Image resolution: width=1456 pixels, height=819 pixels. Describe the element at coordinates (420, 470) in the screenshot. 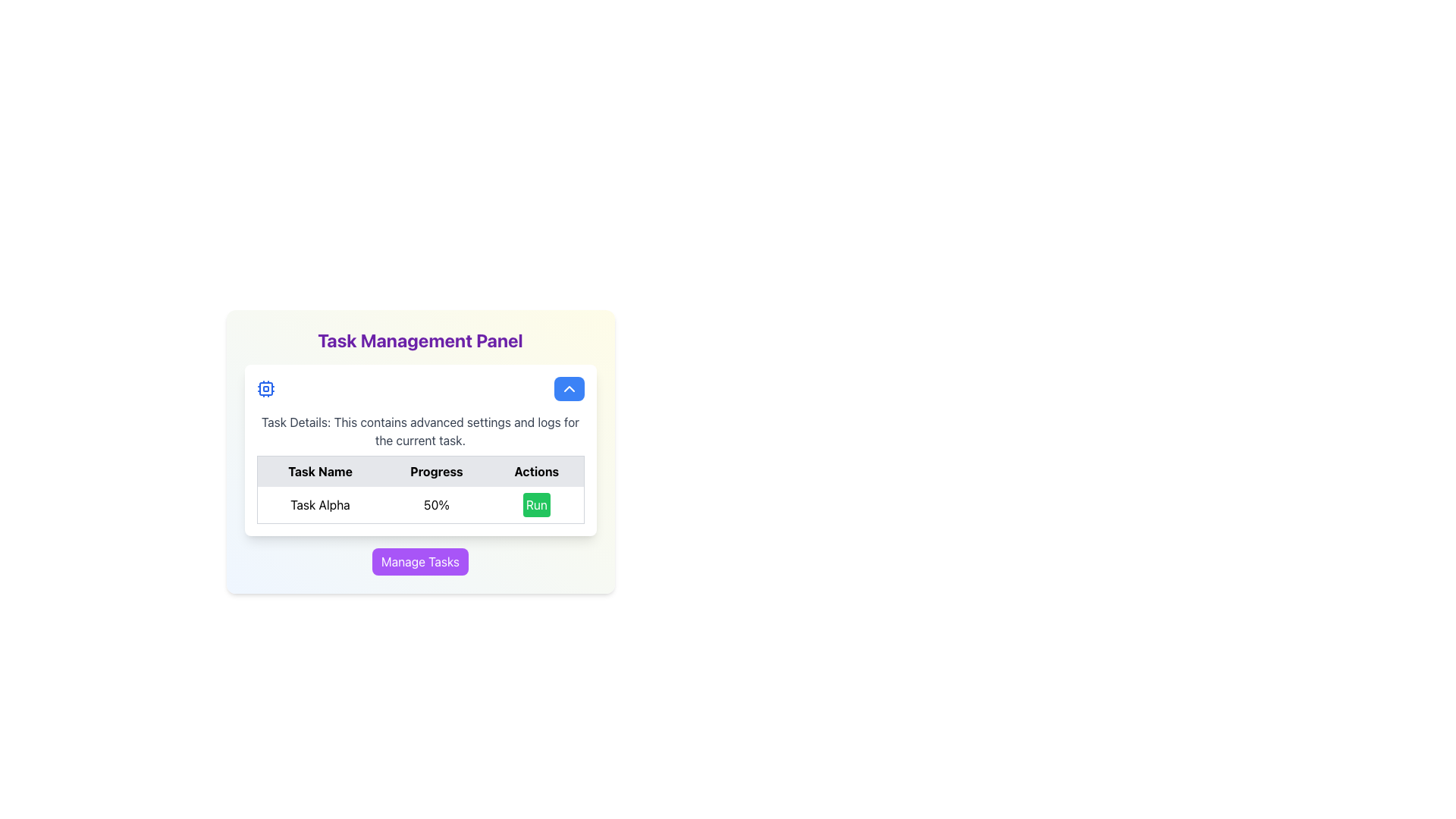

I see `the header row of the table containing 'Task Name', 'Progress', and 'Actions', which is styled with bold text on a light gray background` at that location.